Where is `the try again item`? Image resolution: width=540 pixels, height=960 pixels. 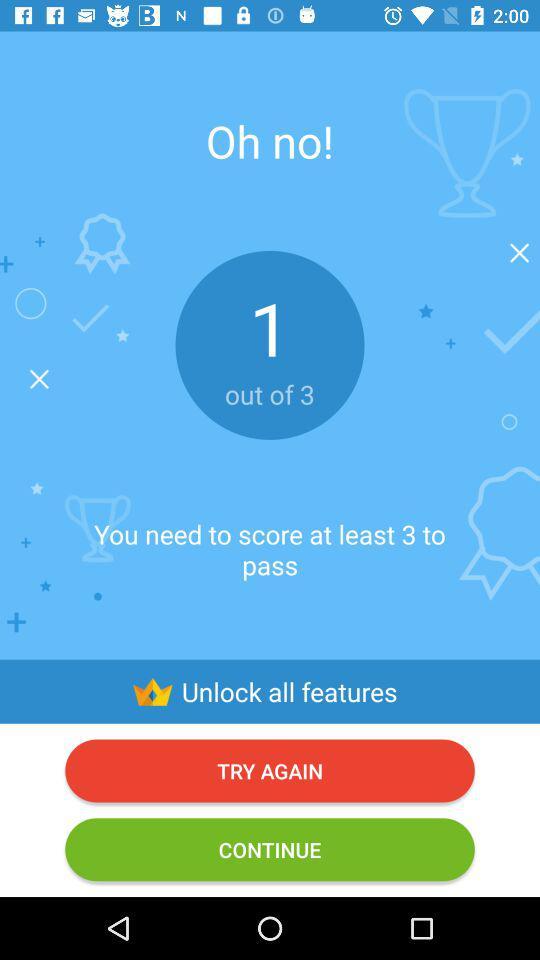
the try again item is located at coordinates (270, 769).